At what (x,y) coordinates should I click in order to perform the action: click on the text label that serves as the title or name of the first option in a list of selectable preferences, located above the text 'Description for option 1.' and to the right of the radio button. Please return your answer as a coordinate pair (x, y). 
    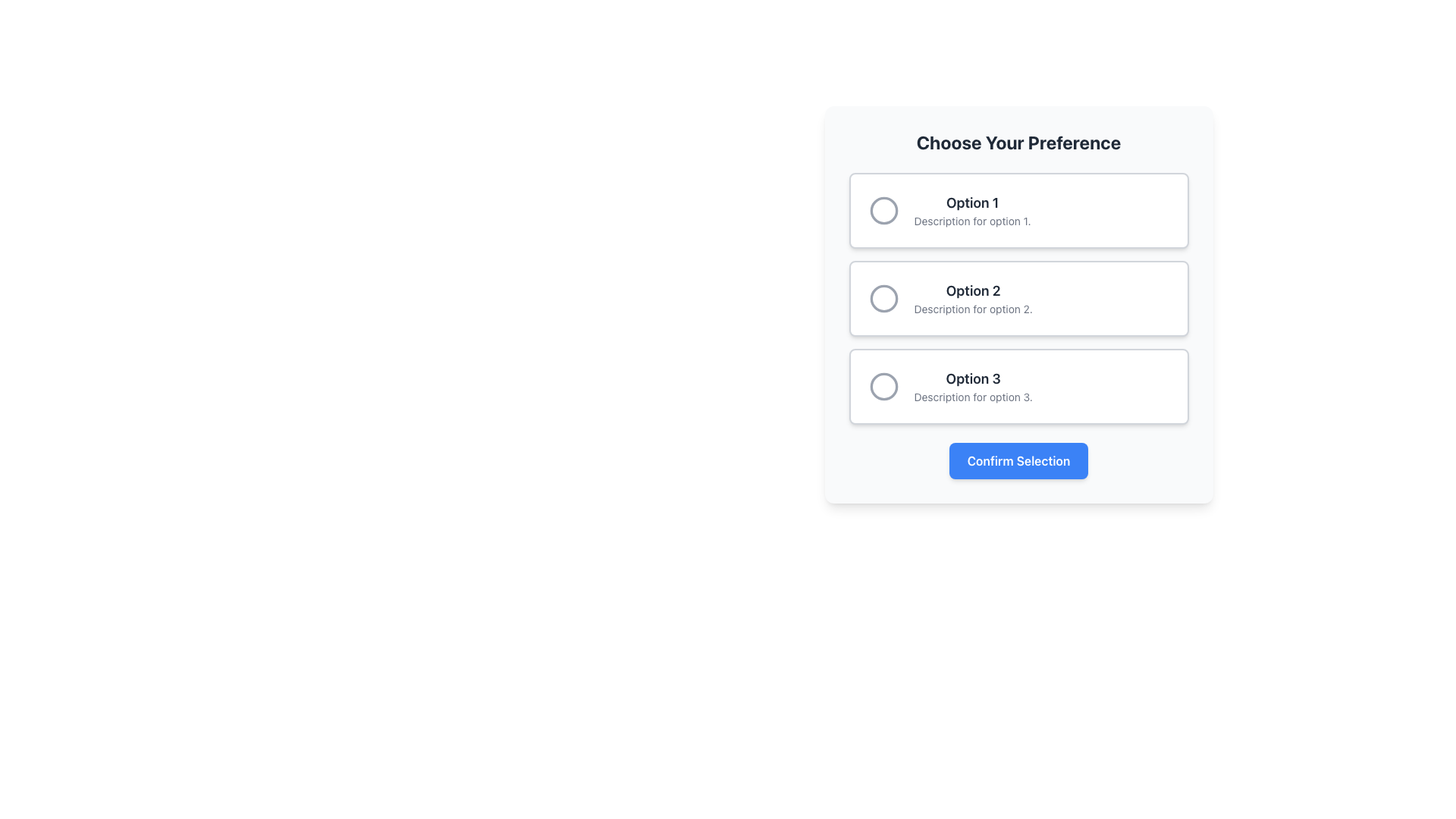
    Looking at the image, I should click on (972, 202).